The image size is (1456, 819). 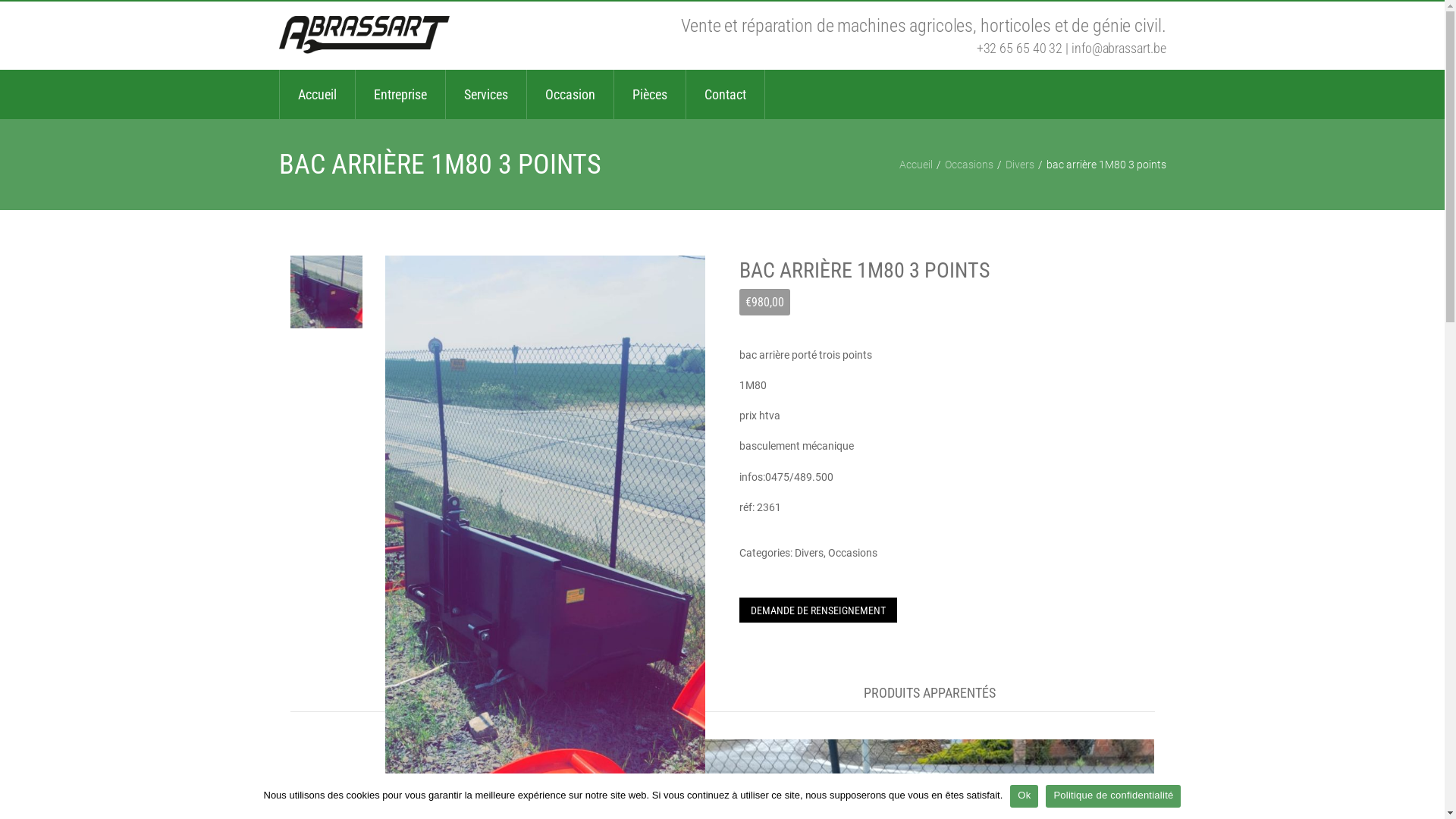 I want to click on 'Logo', so click(x=364, y=34).